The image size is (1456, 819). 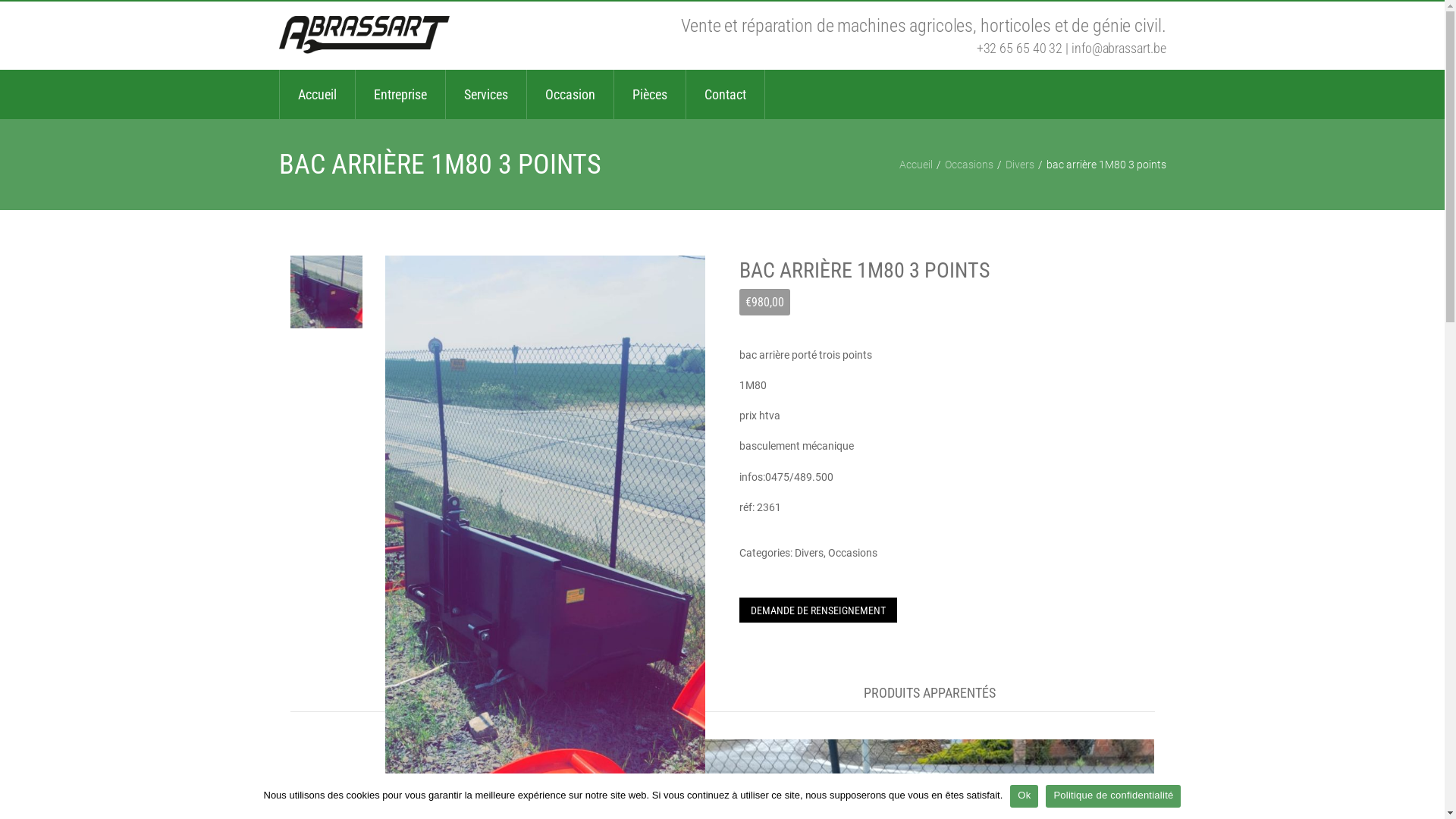 I want to click on 'Logo', so click(x=364, y=34).